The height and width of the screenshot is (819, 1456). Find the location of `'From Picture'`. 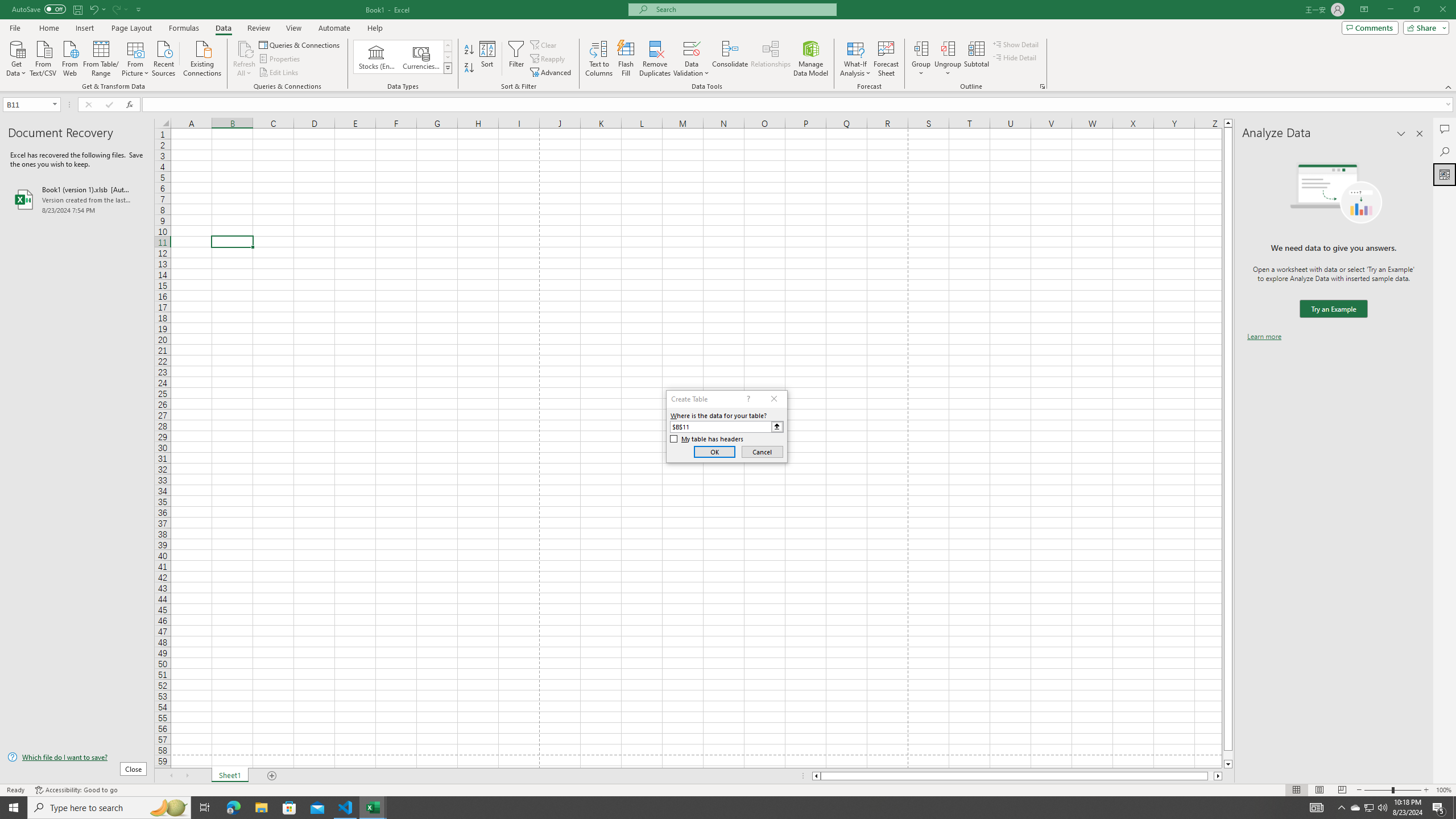

'From Picture' is located at coordinates (136, 57).